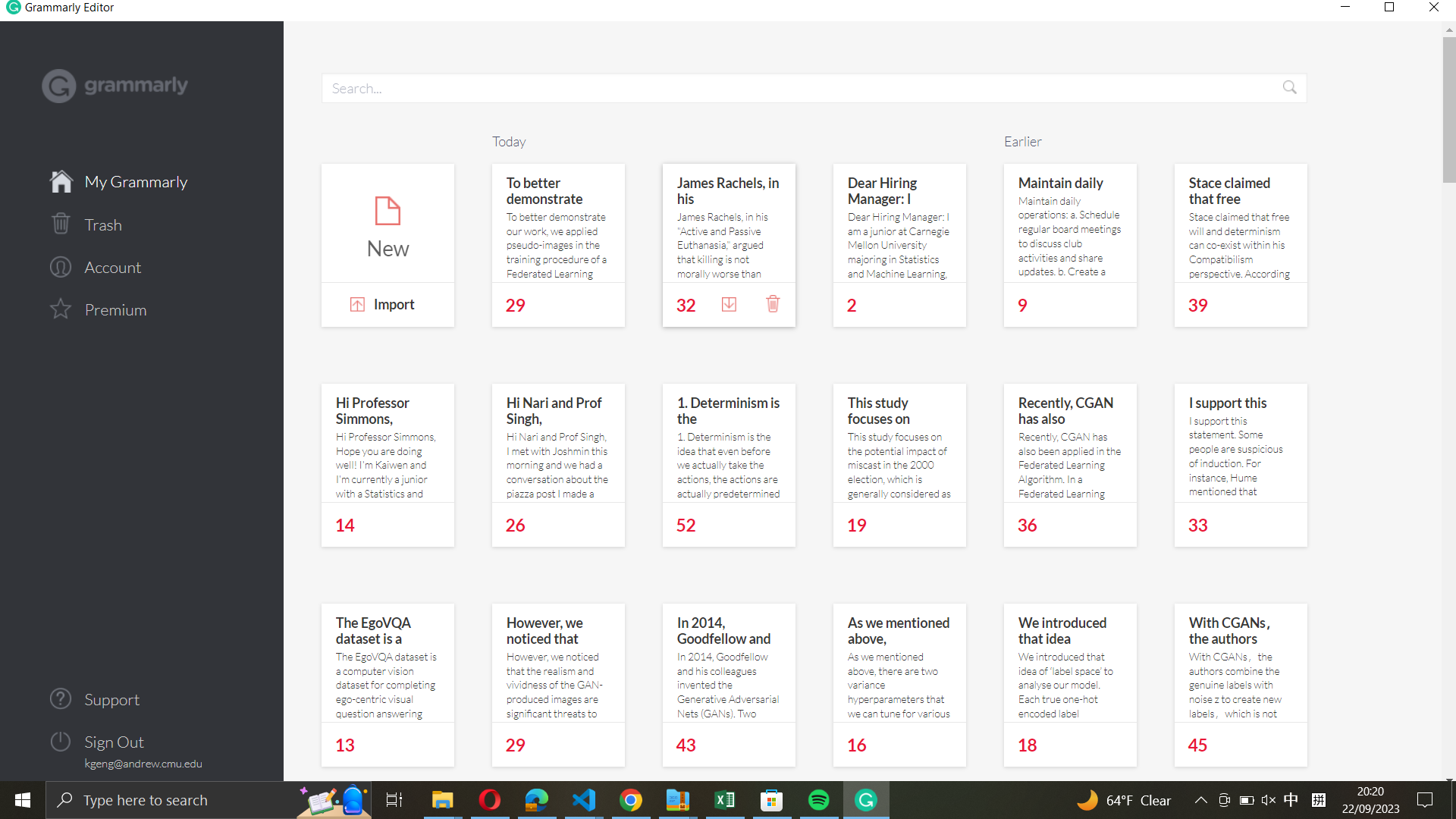  I want to click on the "With CGANs, the authors" file, so click(1241, 661).